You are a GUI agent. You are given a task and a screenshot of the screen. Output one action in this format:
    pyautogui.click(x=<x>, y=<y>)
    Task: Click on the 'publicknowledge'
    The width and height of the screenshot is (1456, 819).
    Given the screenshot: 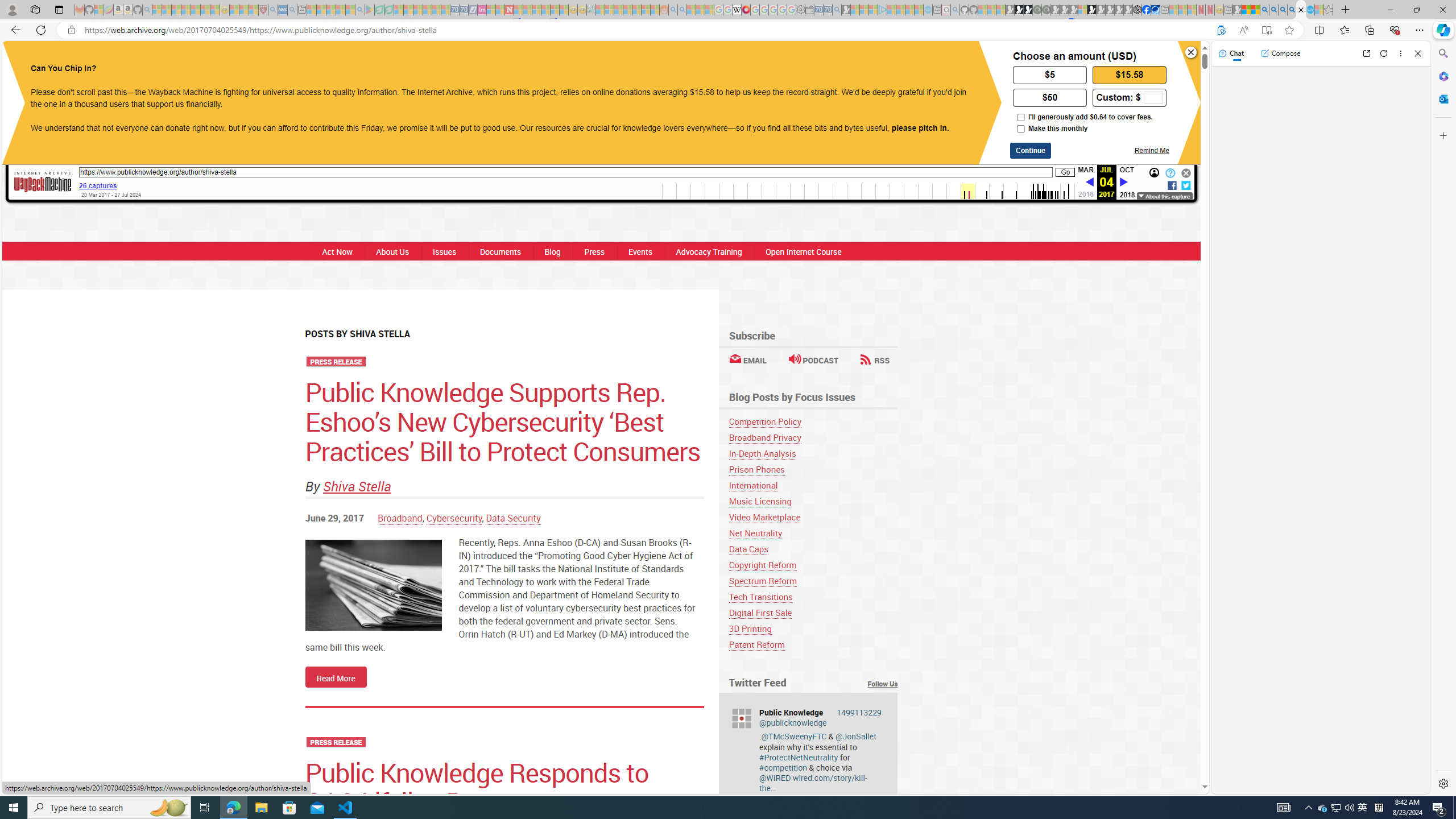 What is the action you would take?
    pyautogui.click(x=741, y=718)
    